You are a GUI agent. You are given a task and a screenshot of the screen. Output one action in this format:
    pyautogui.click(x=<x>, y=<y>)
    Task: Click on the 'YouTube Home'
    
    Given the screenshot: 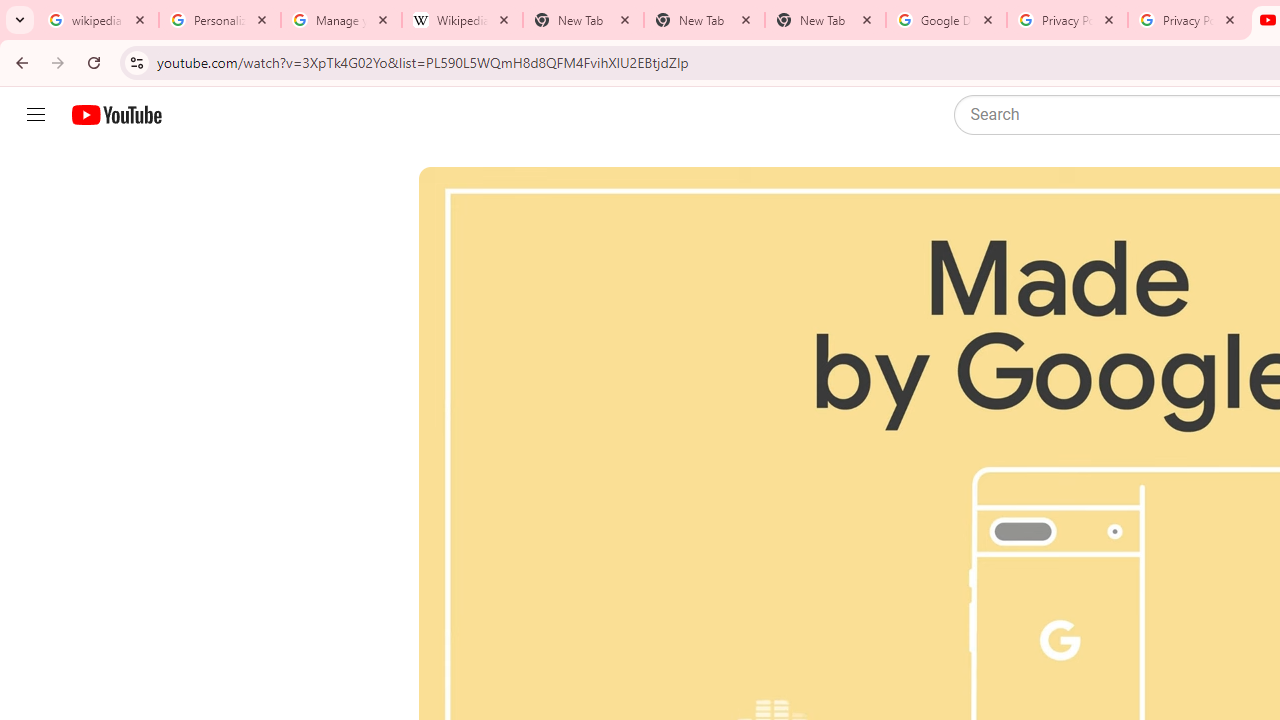 What is the action you would take?
    pyautogui.click(x=115, y=115)
    